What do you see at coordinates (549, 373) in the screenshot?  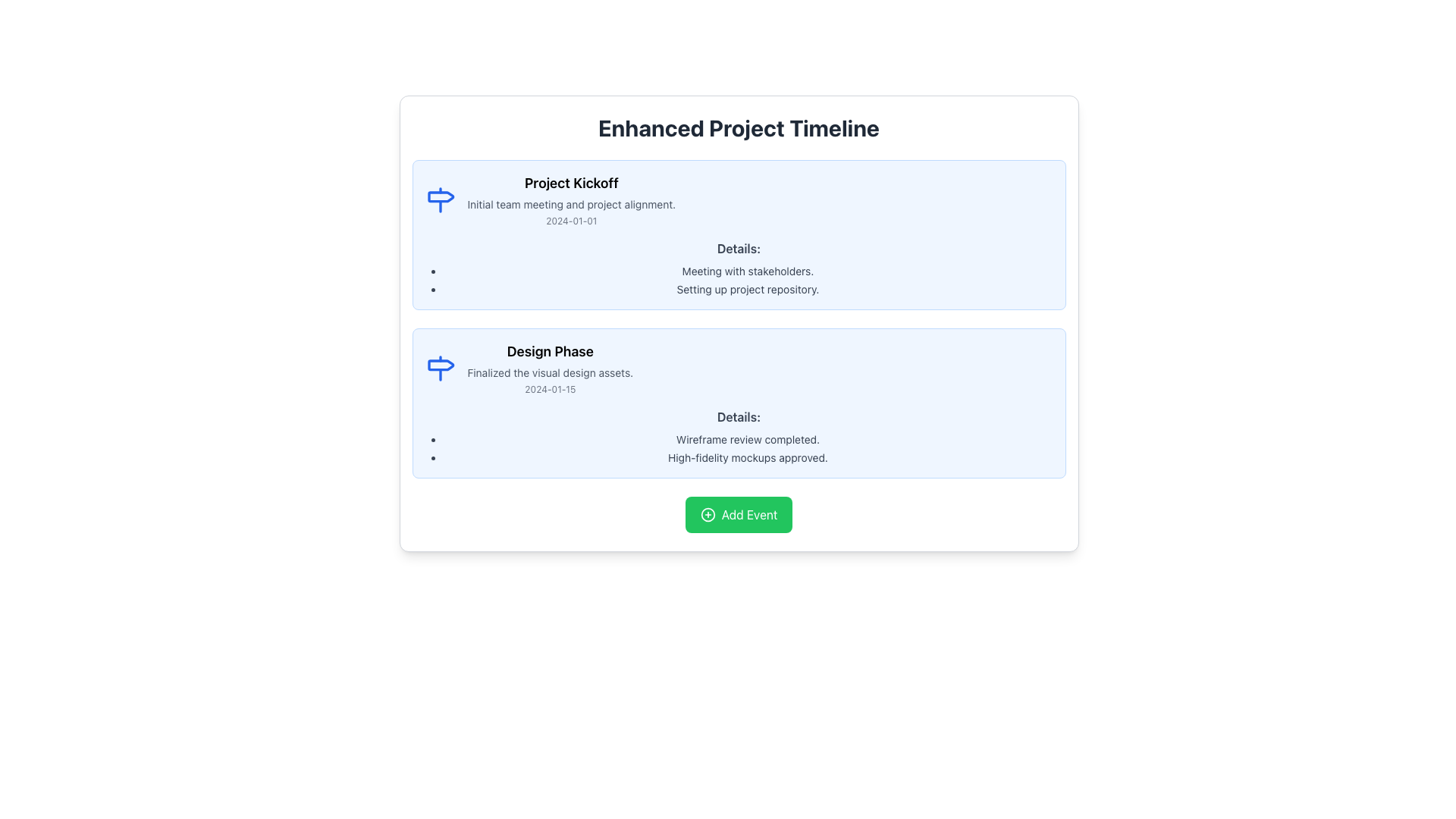 I see `the text element that reads 'Finalized the visual design assets.' styled in gray, located under the heading 'Design Phase' in the timeline section` at bounding box center [549, 373].